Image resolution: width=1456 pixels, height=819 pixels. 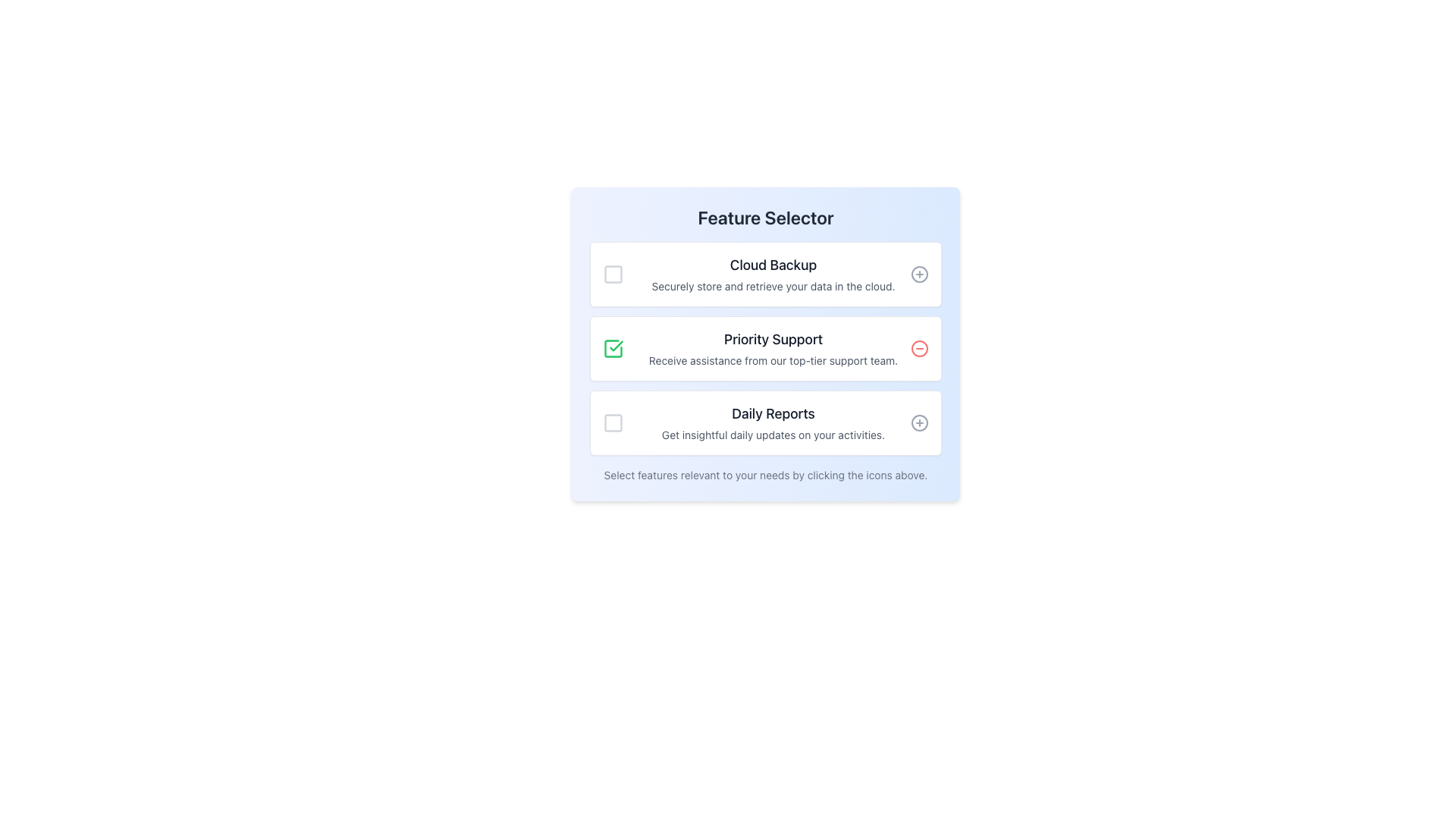 What do you see at coordinates (773, 338) in the screenshot?
I see `the 'Priority Support' text label, which is a bolded, large font text colored dark gray and positioned in the middle section of the 'Feature Selector' dialog, above the explanatory text` at bounding box center [773, 338].